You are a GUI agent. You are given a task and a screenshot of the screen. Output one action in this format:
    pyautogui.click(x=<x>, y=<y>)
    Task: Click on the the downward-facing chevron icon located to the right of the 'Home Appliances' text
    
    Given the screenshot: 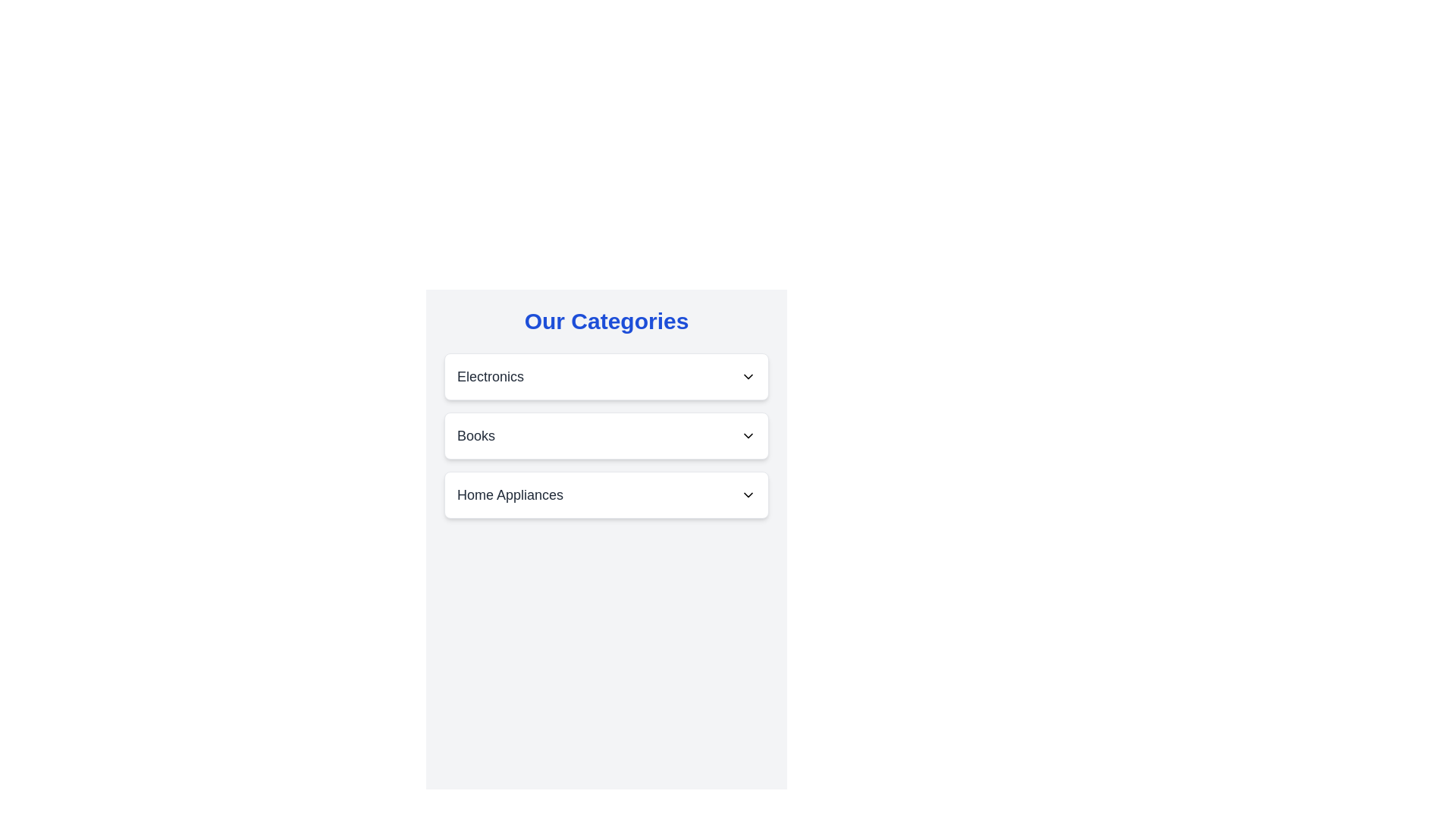 What is the action you would take?
    pyautogui.click(x=748, y=494)
    